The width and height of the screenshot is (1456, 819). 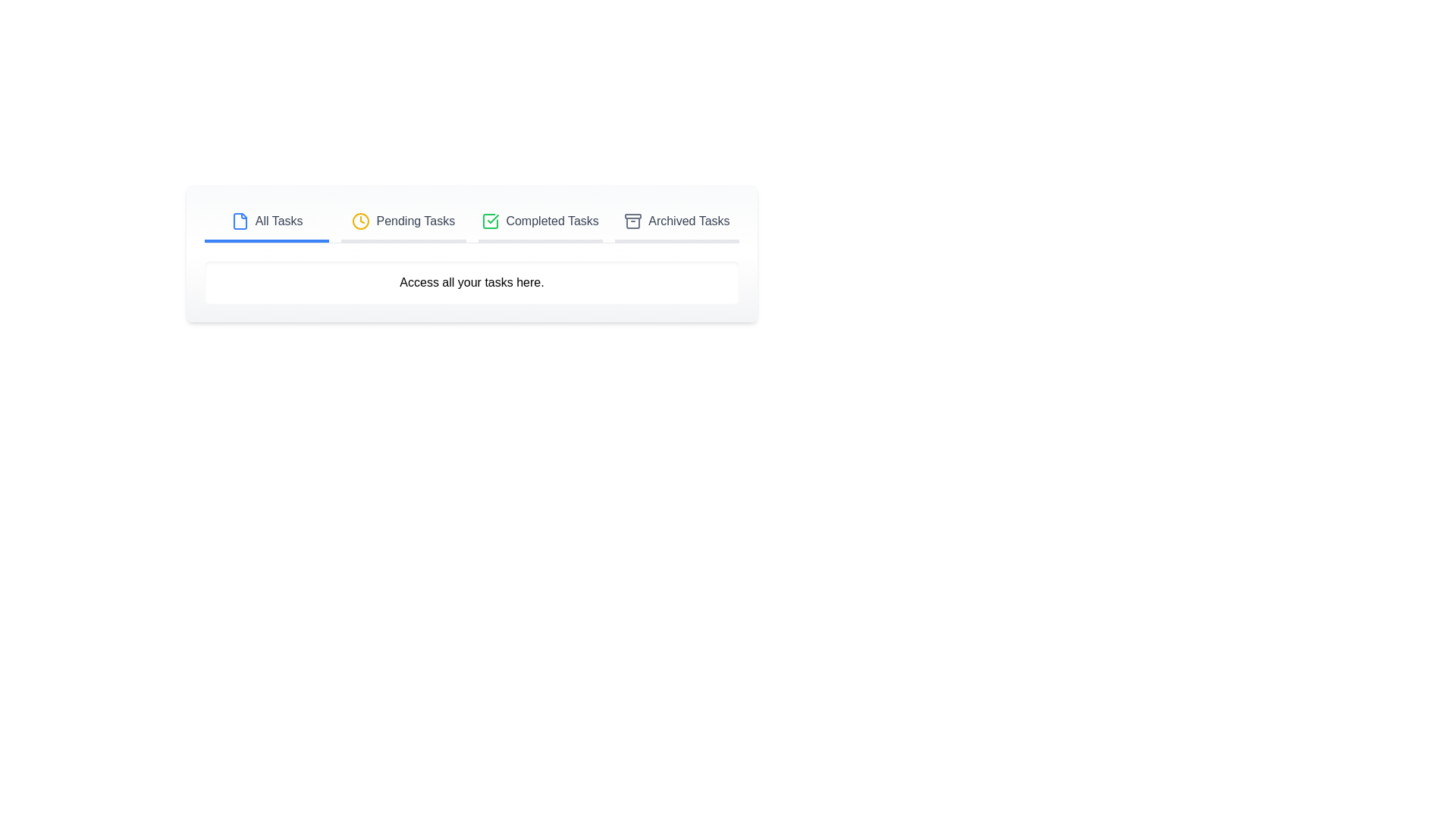 What do you see at coordinates (403, 222) in the screenshot?
I see `the tab corresponding to Pending Tasks` at bounding box center [403, 222].